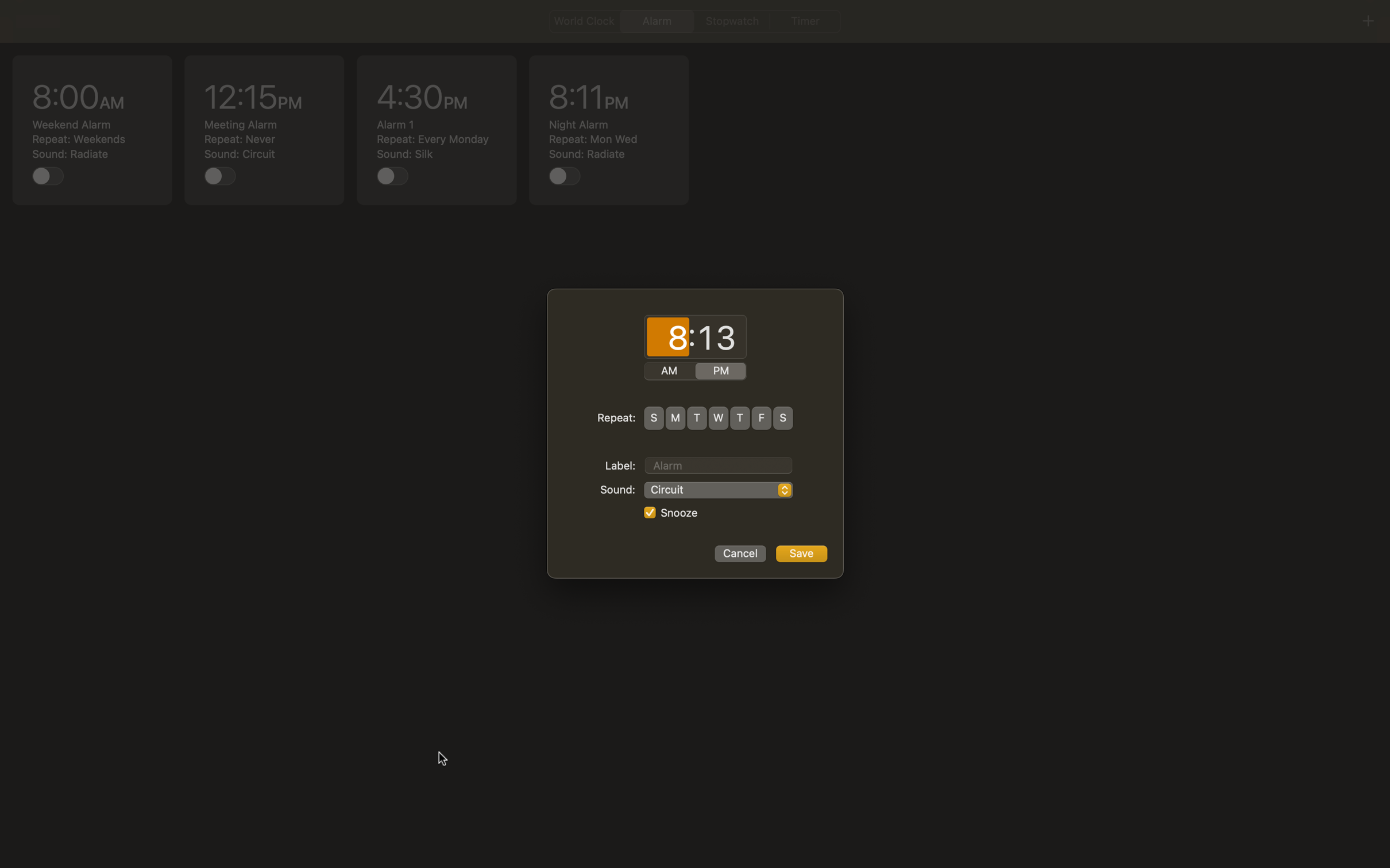 This screenshot has width=1390, height=868. What do you see at coordinates (801, 553) in the screenshot?
I see `Store alarm settings` at bounding box center [801, 553].